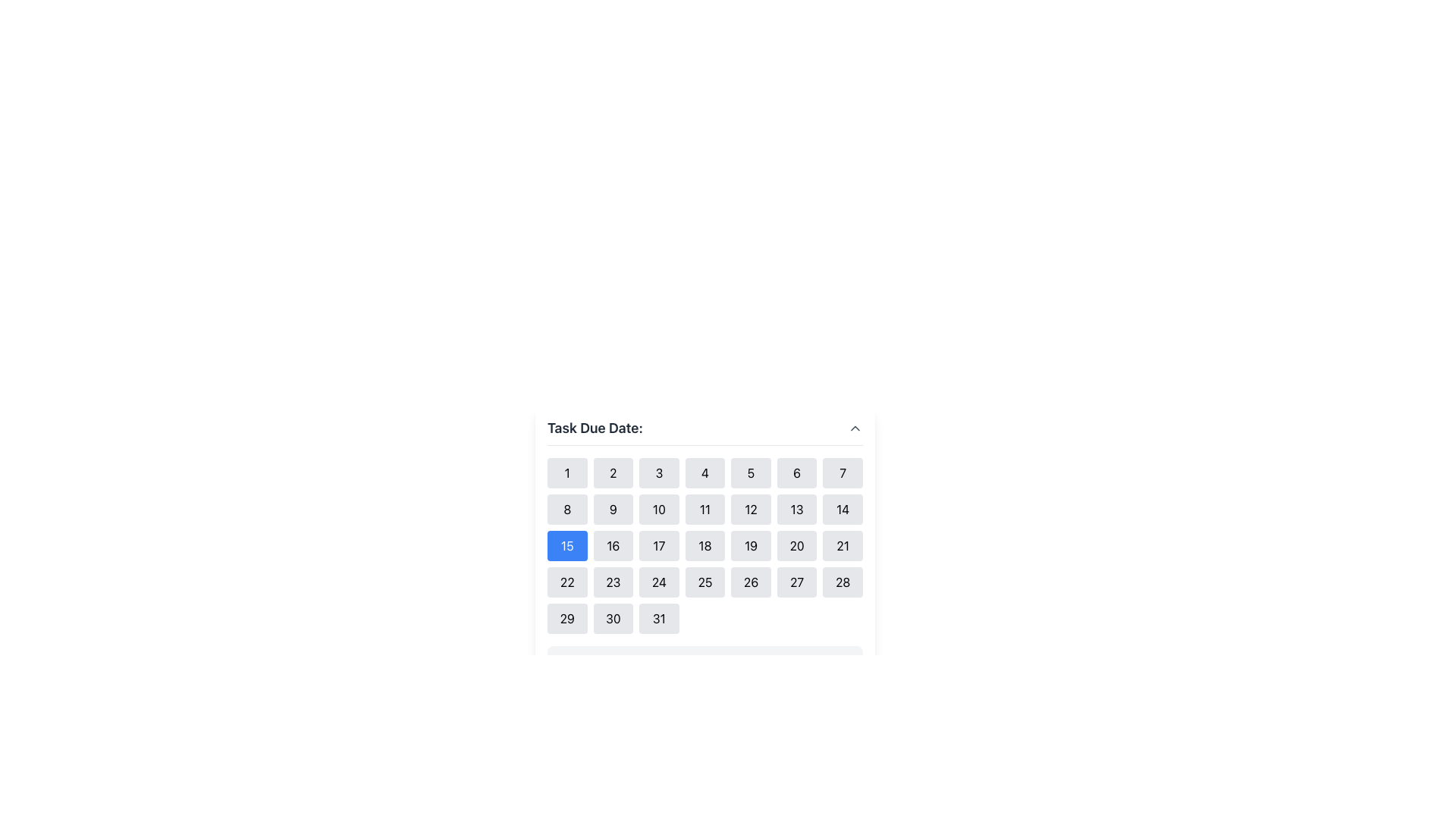  Describe the element at coordinates (613, 472) in the screenshot. I see `the button labeled '2' in the calendar grid` at that location.